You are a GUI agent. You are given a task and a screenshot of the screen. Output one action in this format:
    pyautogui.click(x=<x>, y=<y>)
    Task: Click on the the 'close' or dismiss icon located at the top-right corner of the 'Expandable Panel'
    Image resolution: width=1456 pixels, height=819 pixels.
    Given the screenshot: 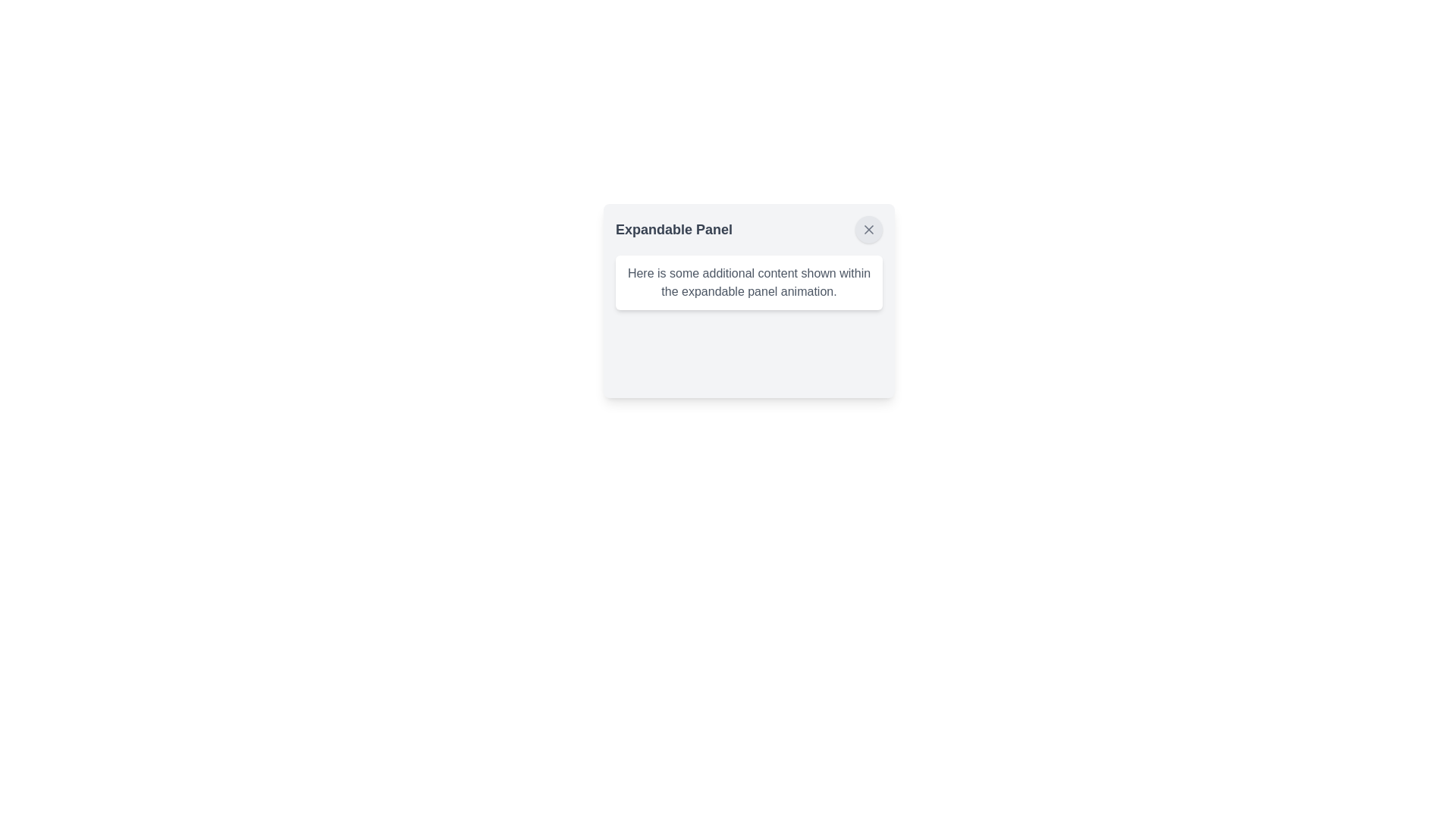 What is the action you would take?
    pyautogui.click(x=869, y=230)
    